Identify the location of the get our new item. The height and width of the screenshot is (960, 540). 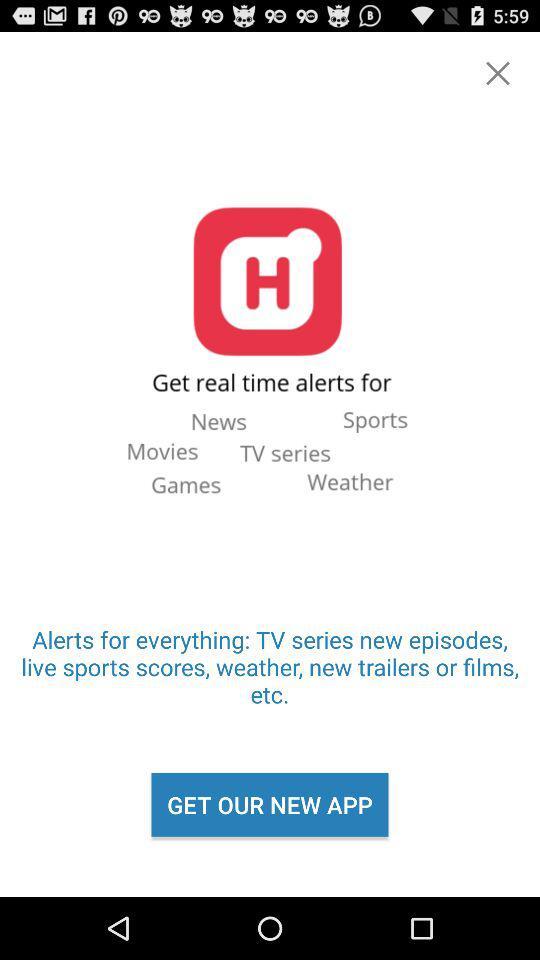
(270, 804).